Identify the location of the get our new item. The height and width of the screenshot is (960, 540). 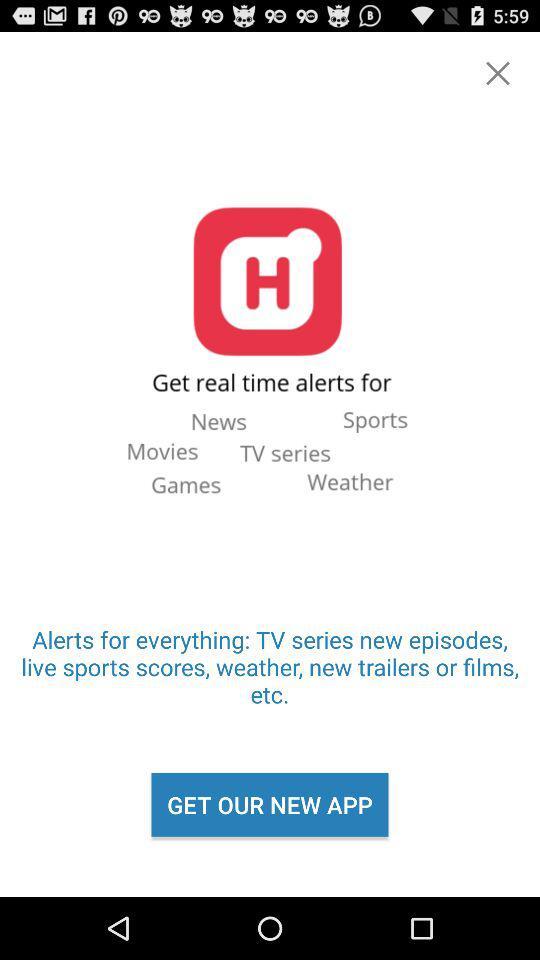
(270, 804).